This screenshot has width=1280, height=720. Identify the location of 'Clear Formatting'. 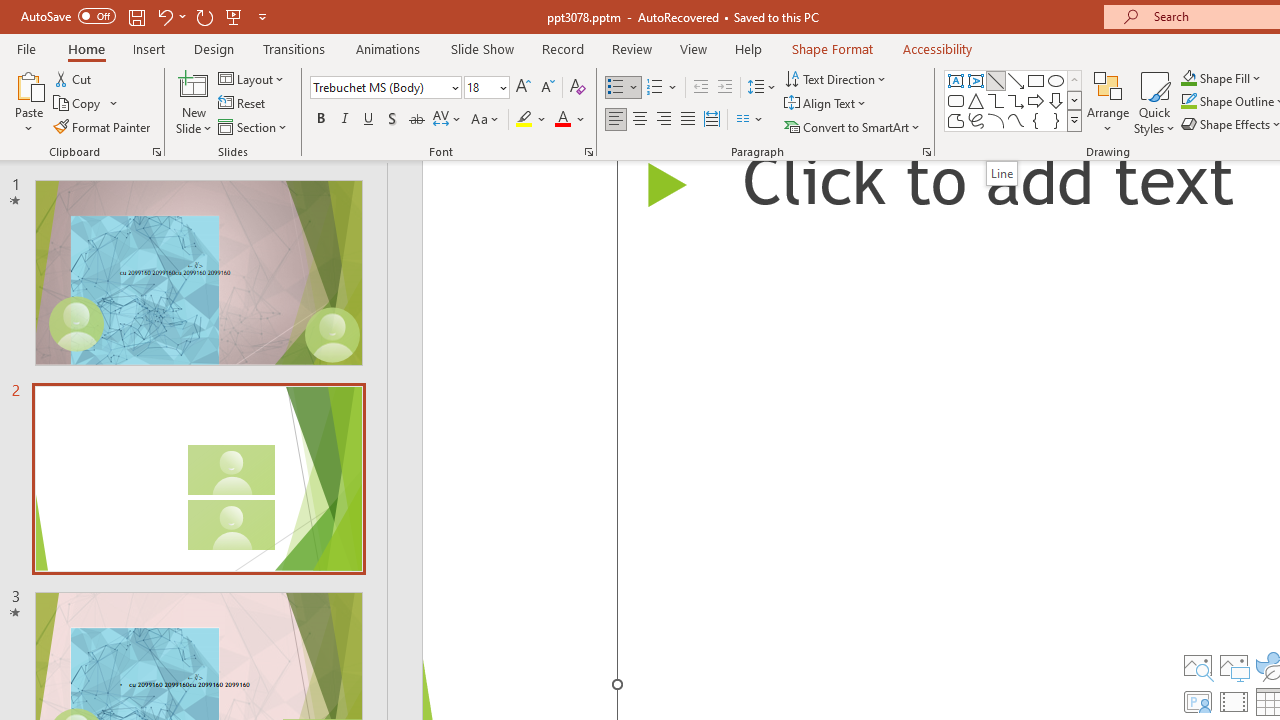
(576, 86).